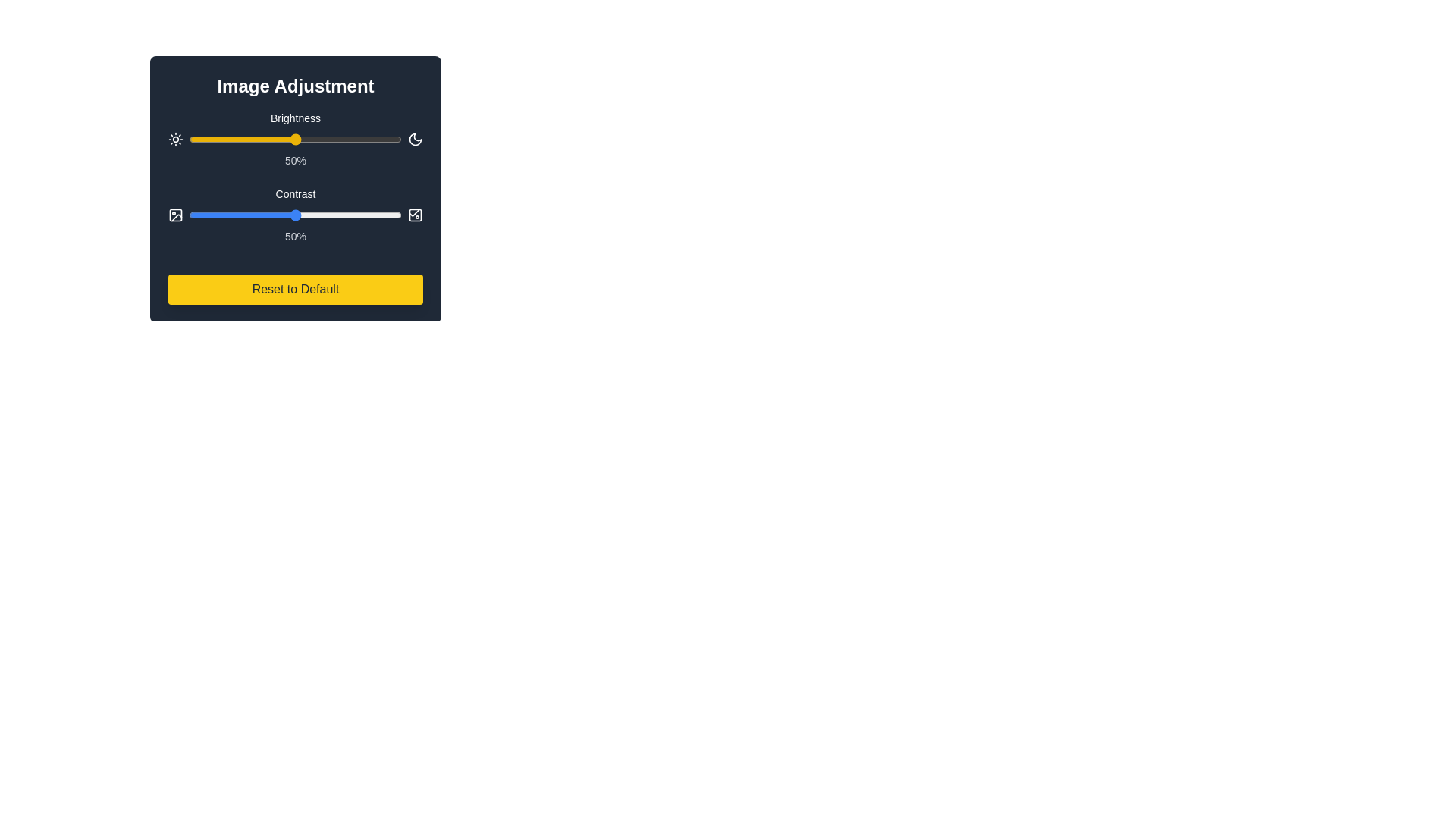 Image resolution: width=1456 pixels, height=819 pixels. I want to click on brightness, so click(300, 140).